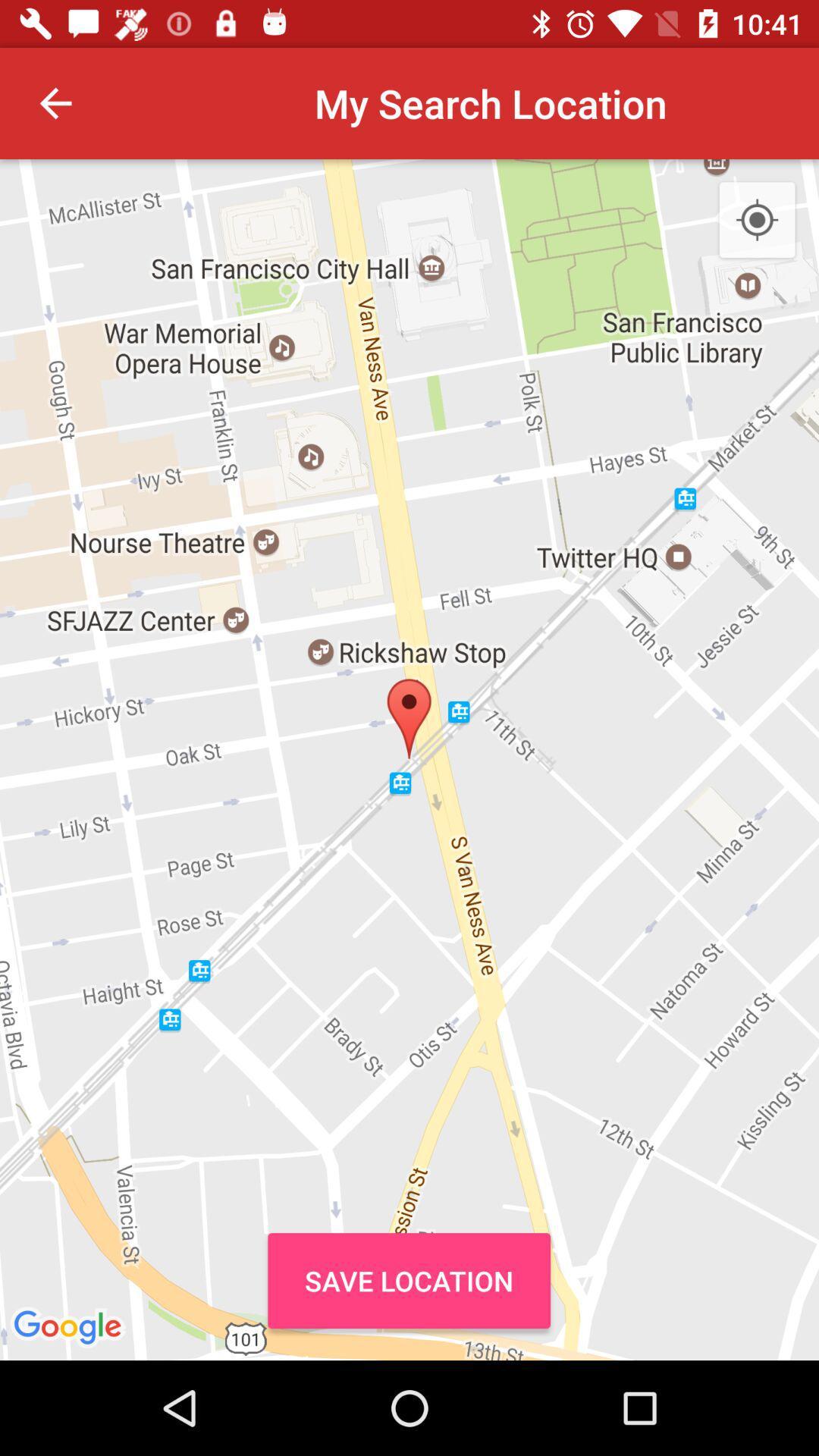 Image resolution: width=819 pixels, height=1456 pixels. What do you see at coordinates (409, 760) in the screenshot?
I see `icon at the center` at bounding box center [409, 760].